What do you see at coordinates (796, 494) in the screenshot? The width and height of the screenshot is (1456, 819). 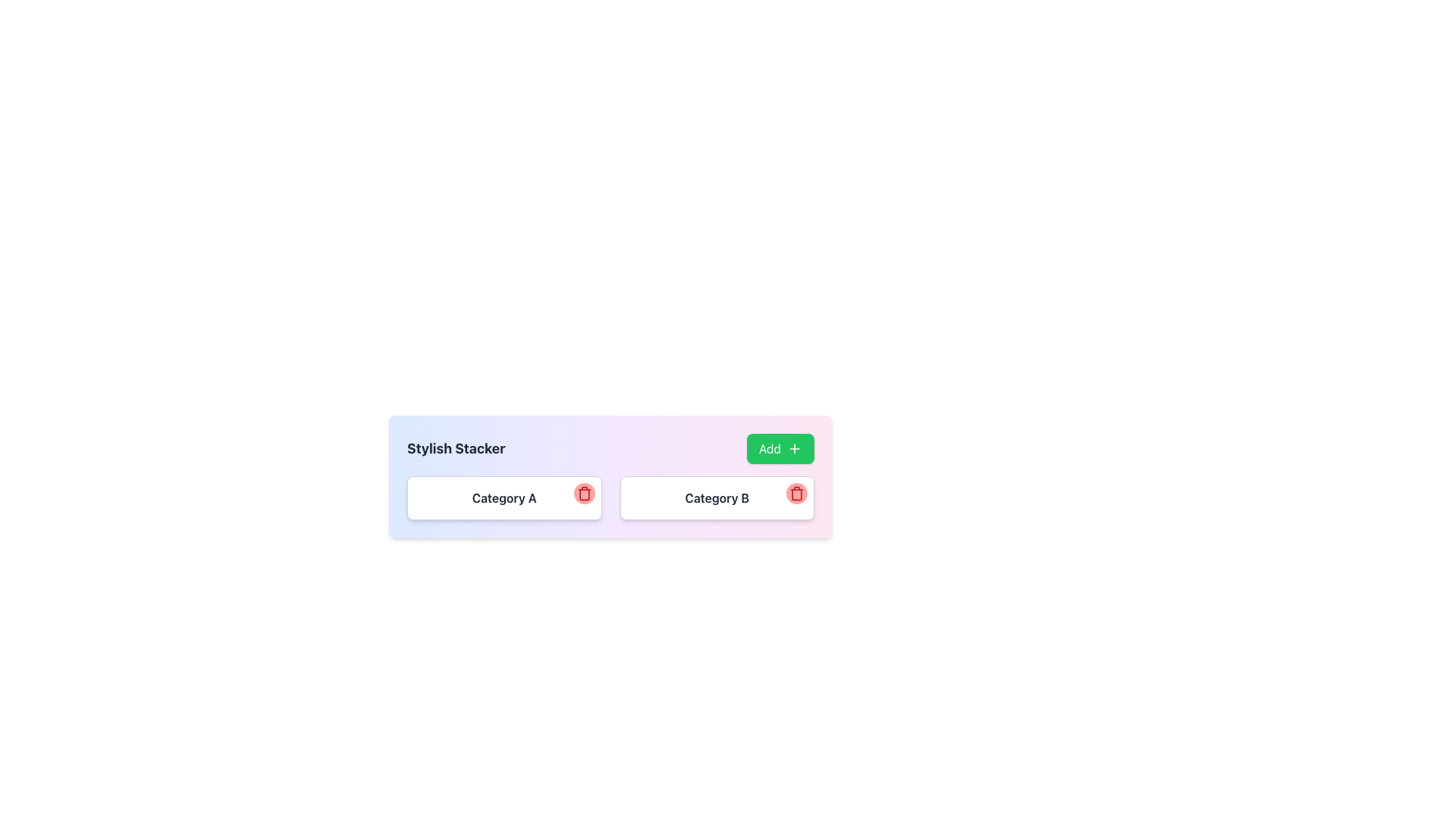 I see `the red trash can icon button located on the right side of the 'Category B' label` at bounding box center [796, 494].